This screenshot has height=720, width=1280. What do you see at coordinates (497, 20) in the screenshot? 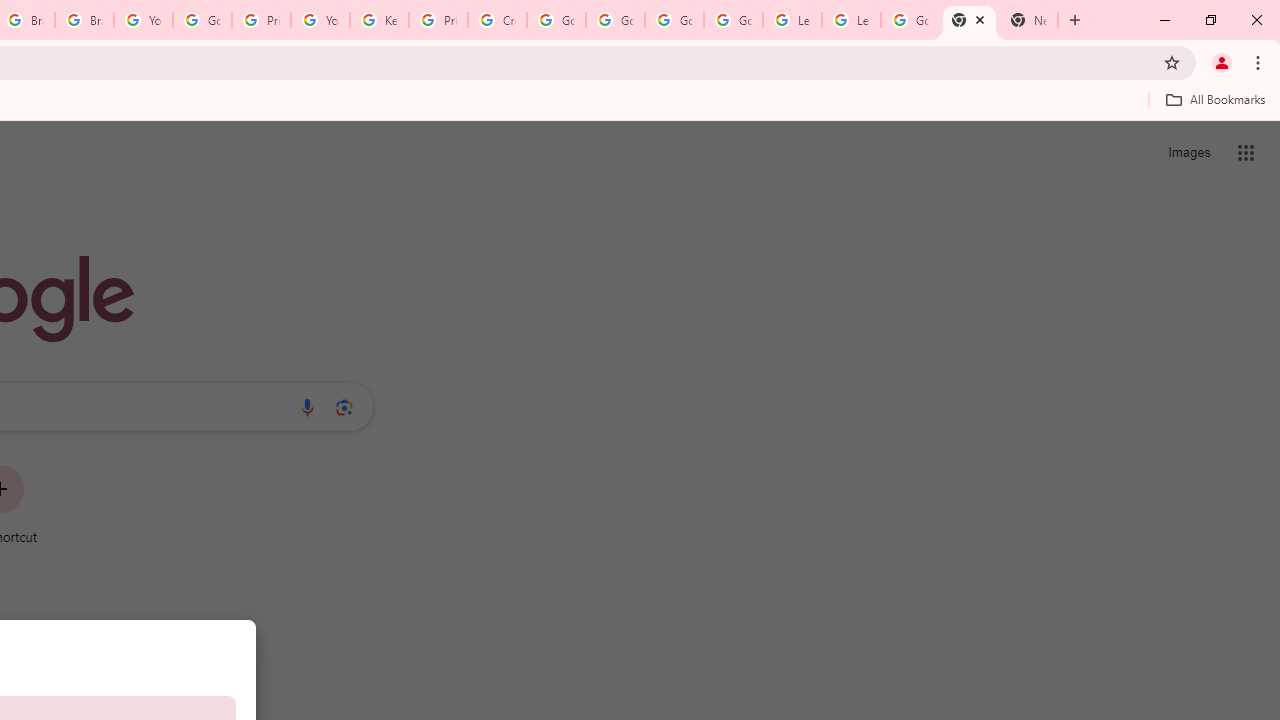
I see `'Create your Google Account'` at bounding box center [497, 20].